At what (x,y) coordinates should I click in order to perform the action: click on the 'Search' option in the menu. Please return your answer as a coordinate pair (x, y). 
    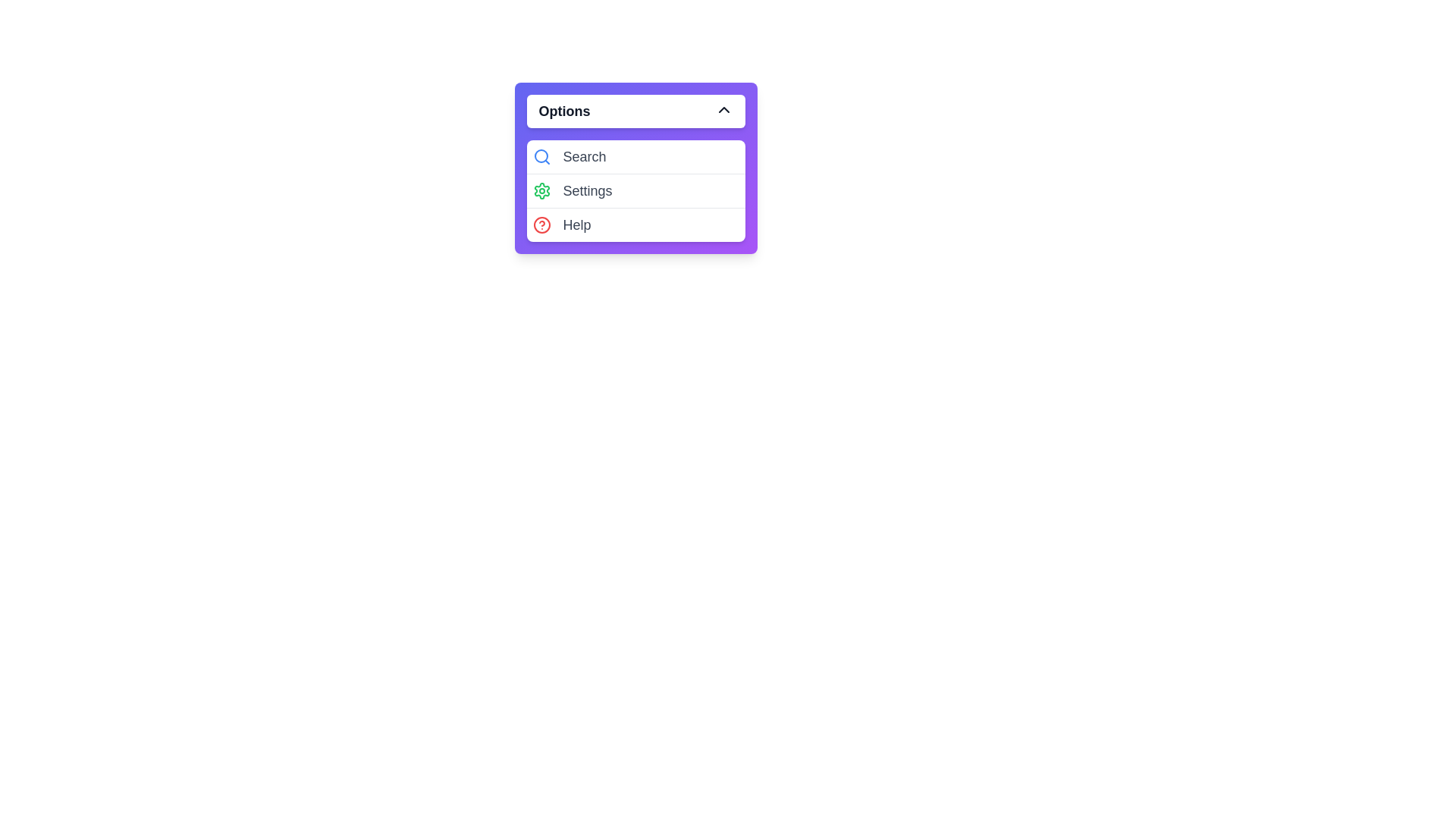
    Looking at the image, I should click on (635, 157).